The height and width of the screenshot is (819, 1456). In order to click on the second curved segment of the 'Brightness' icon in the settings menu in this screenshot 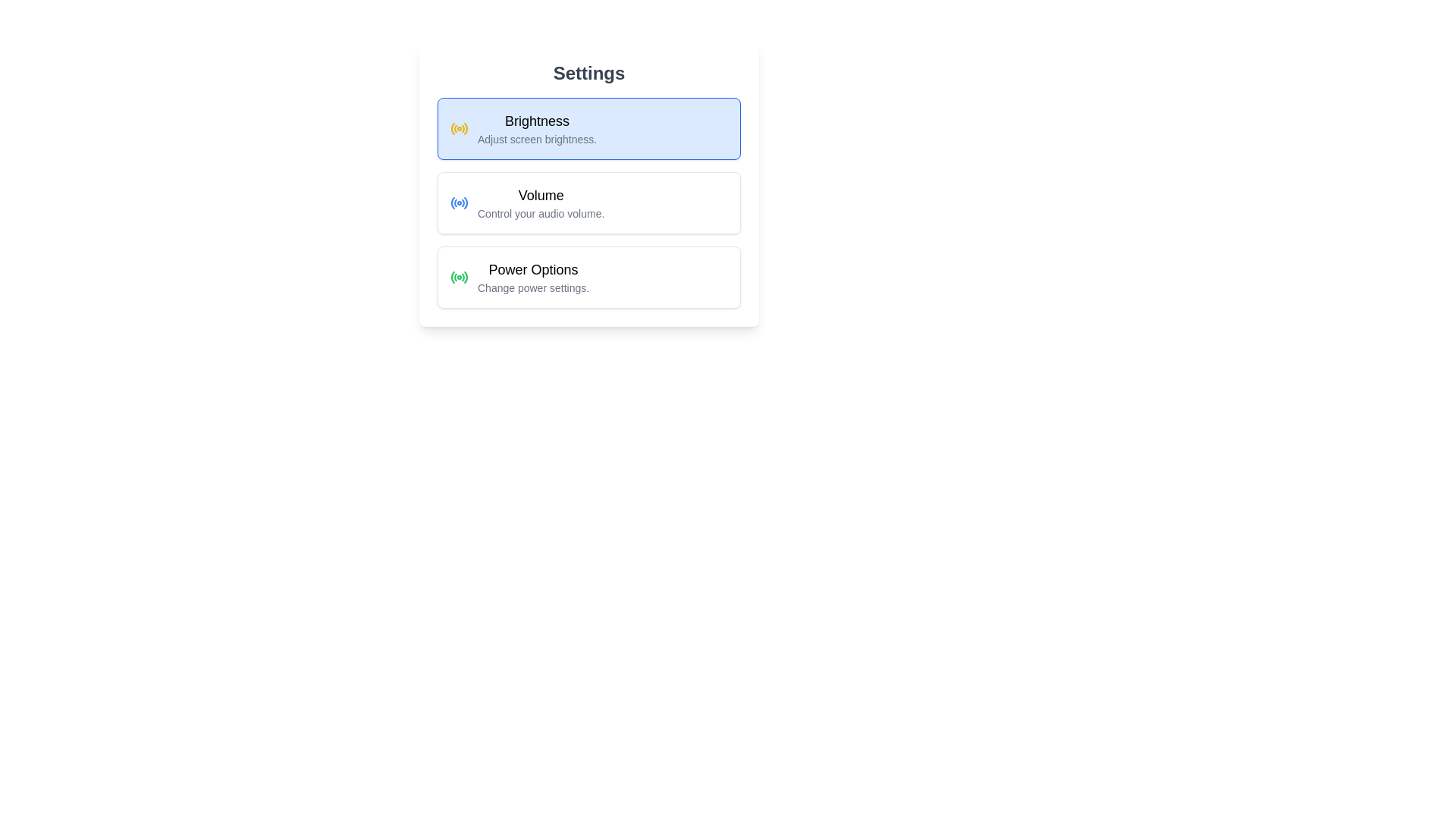, I will do `click(454, 127)`.